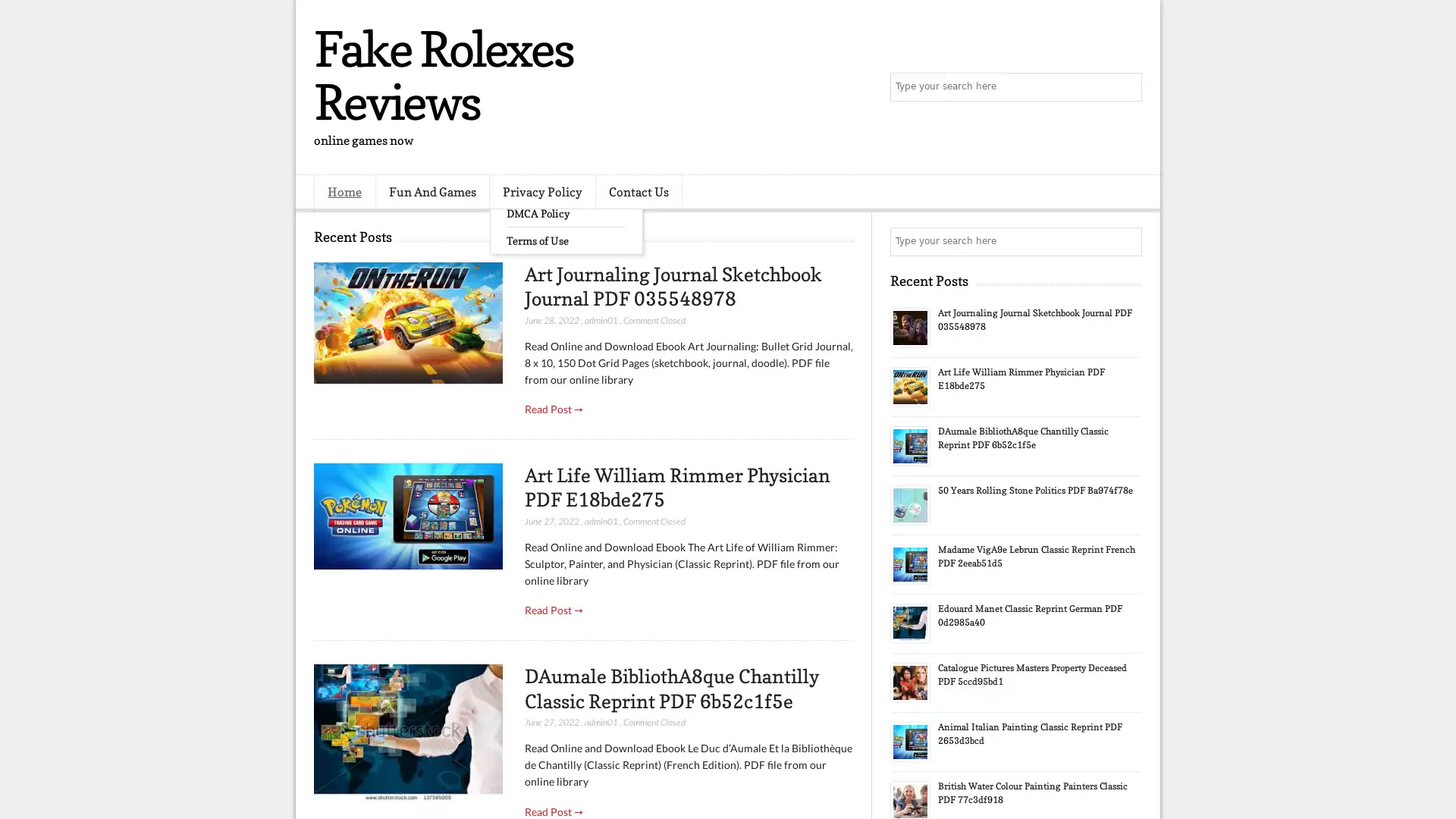 Image resolution: width=1456 pixels, height=819 pixels. What do you see at coordinates (1126, 241) in the screenshot?
I see `Search` at bounding box center [1126, 241].